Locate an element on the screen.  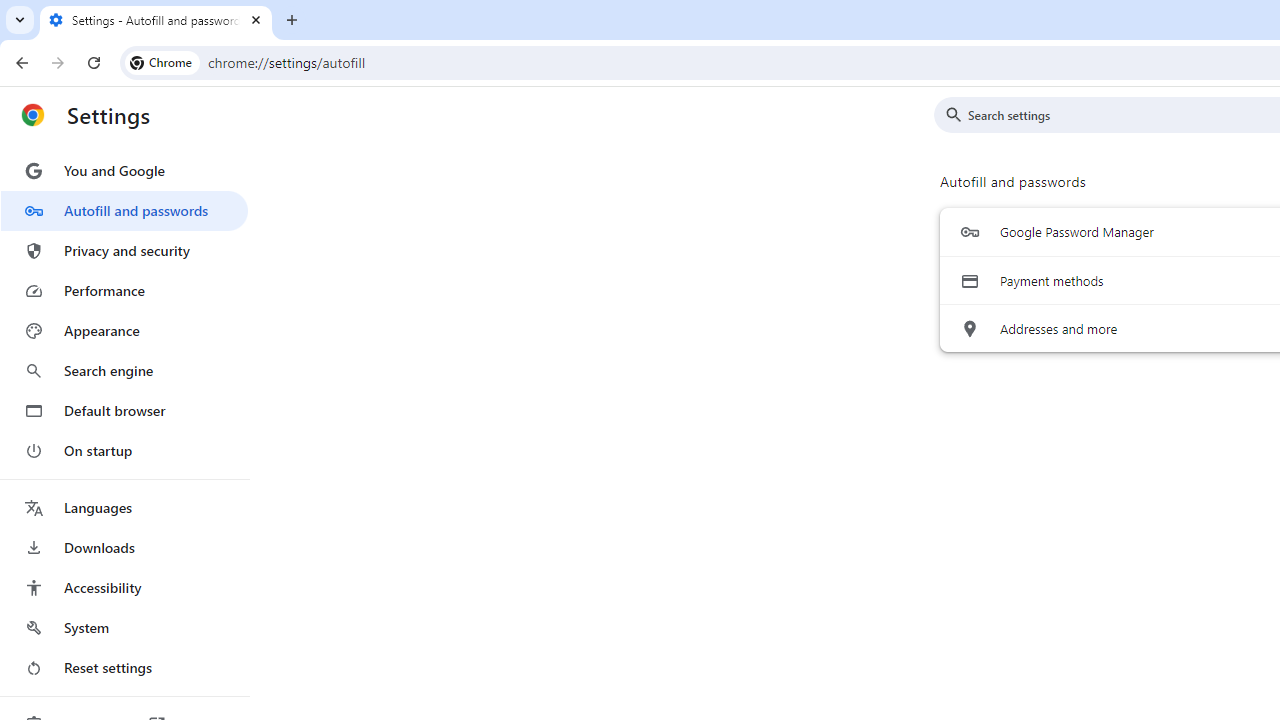
'Appearance' is located at coordinates (123, 330).